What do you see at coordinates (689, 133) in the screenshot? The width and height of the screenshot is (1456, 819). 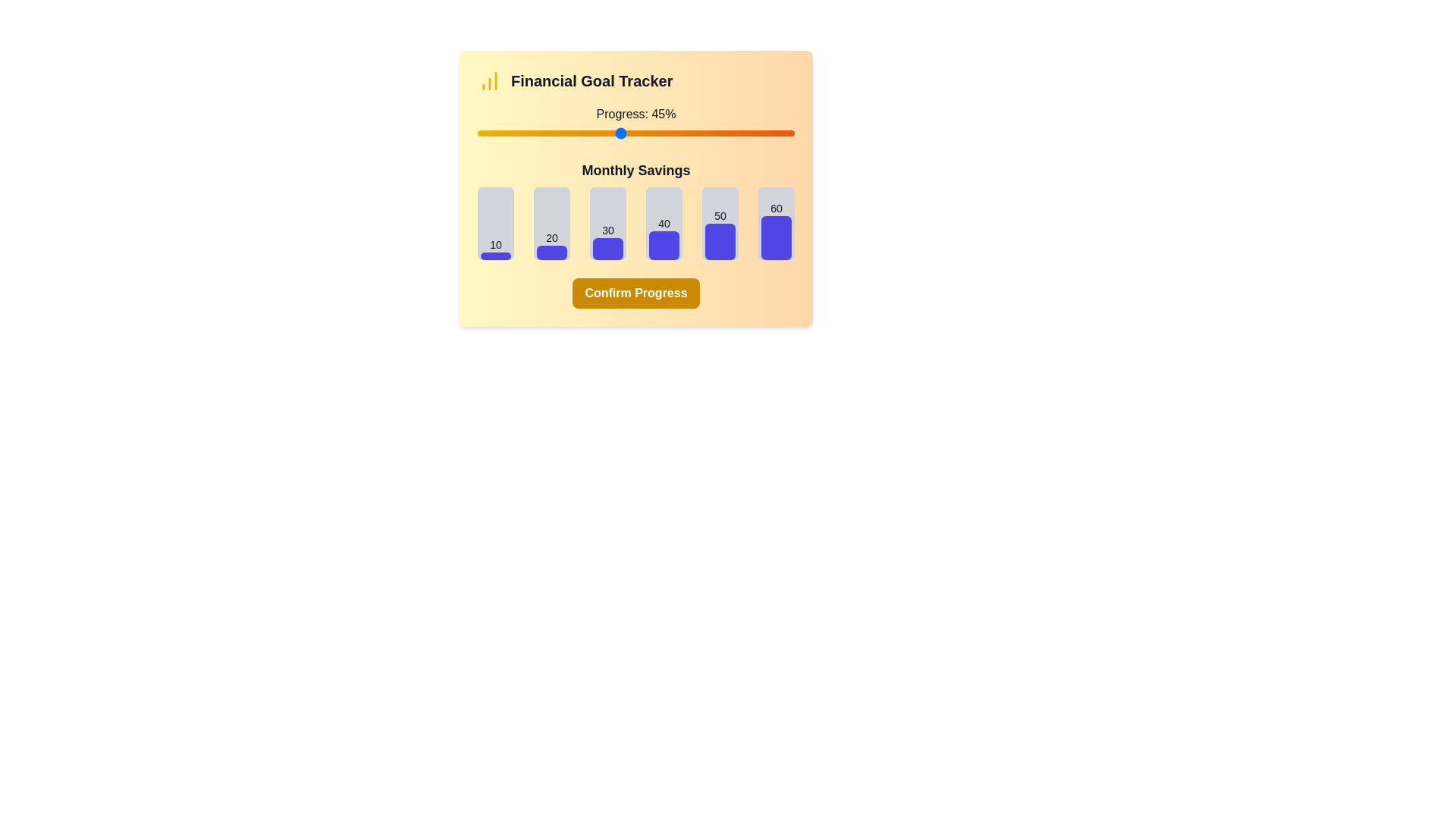 I see `the progress slider to 67%` at bounding box center [689, 133].